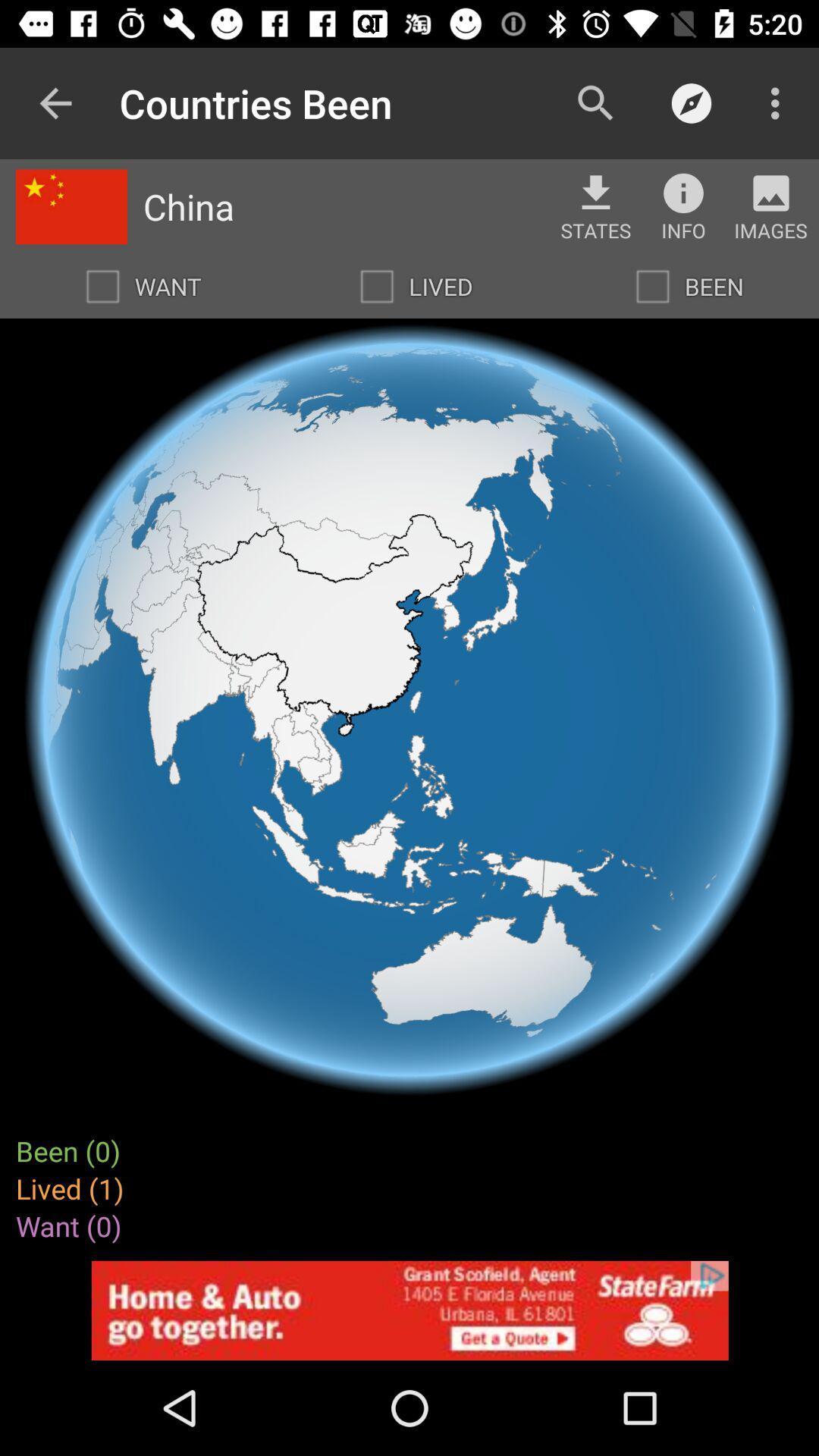 Image resolution: width=819 pixels, height=1456 pixels. I want to click on more information, so click(683, 192).